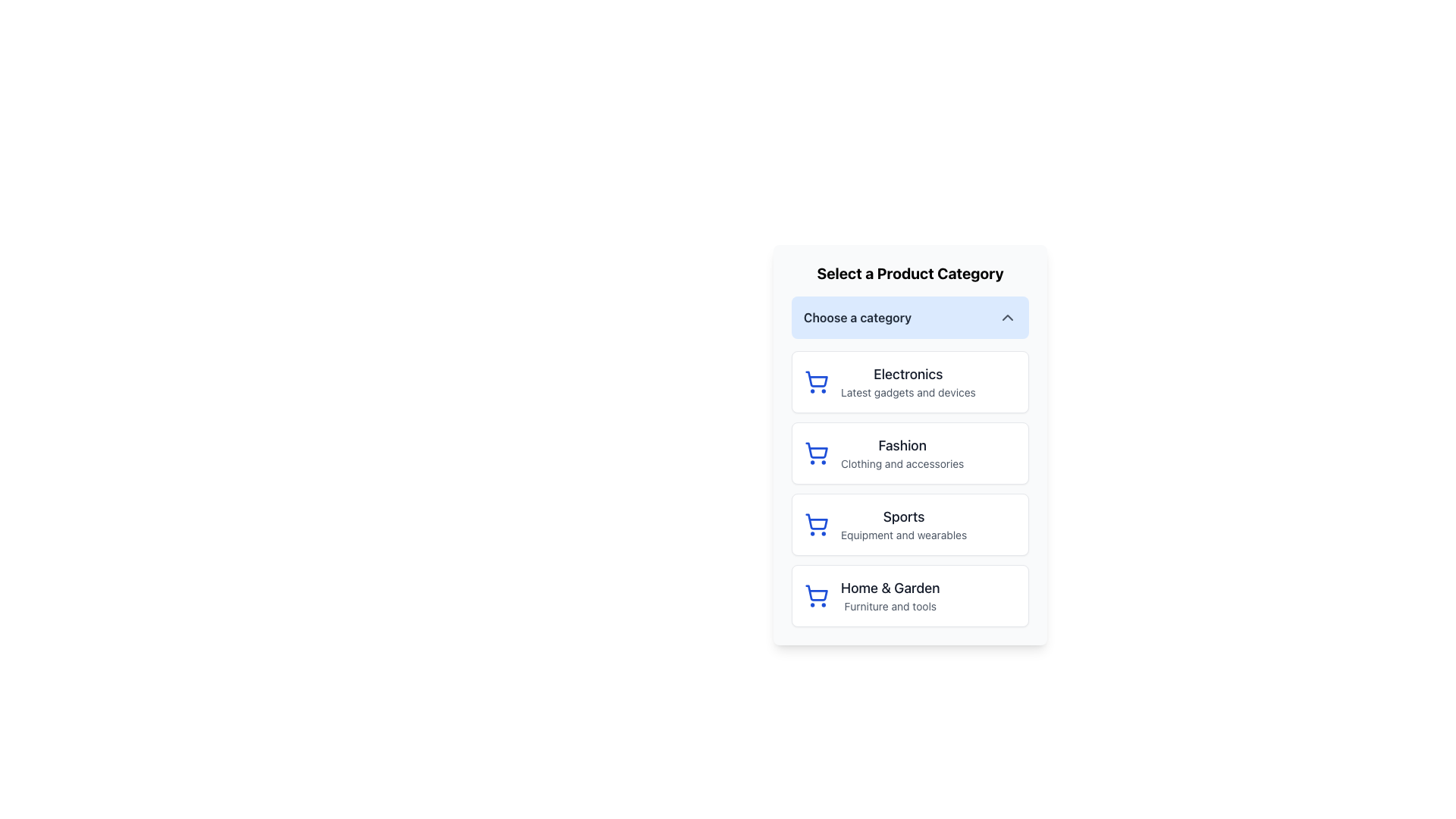 The height and width of the screenshot is (819, 1456). Describe the element at coordinates (904, 523) in the screenshot. I see `the 'Sports' text display element, which is the third item in a list, indicating it is part of a draggable list` at that location.